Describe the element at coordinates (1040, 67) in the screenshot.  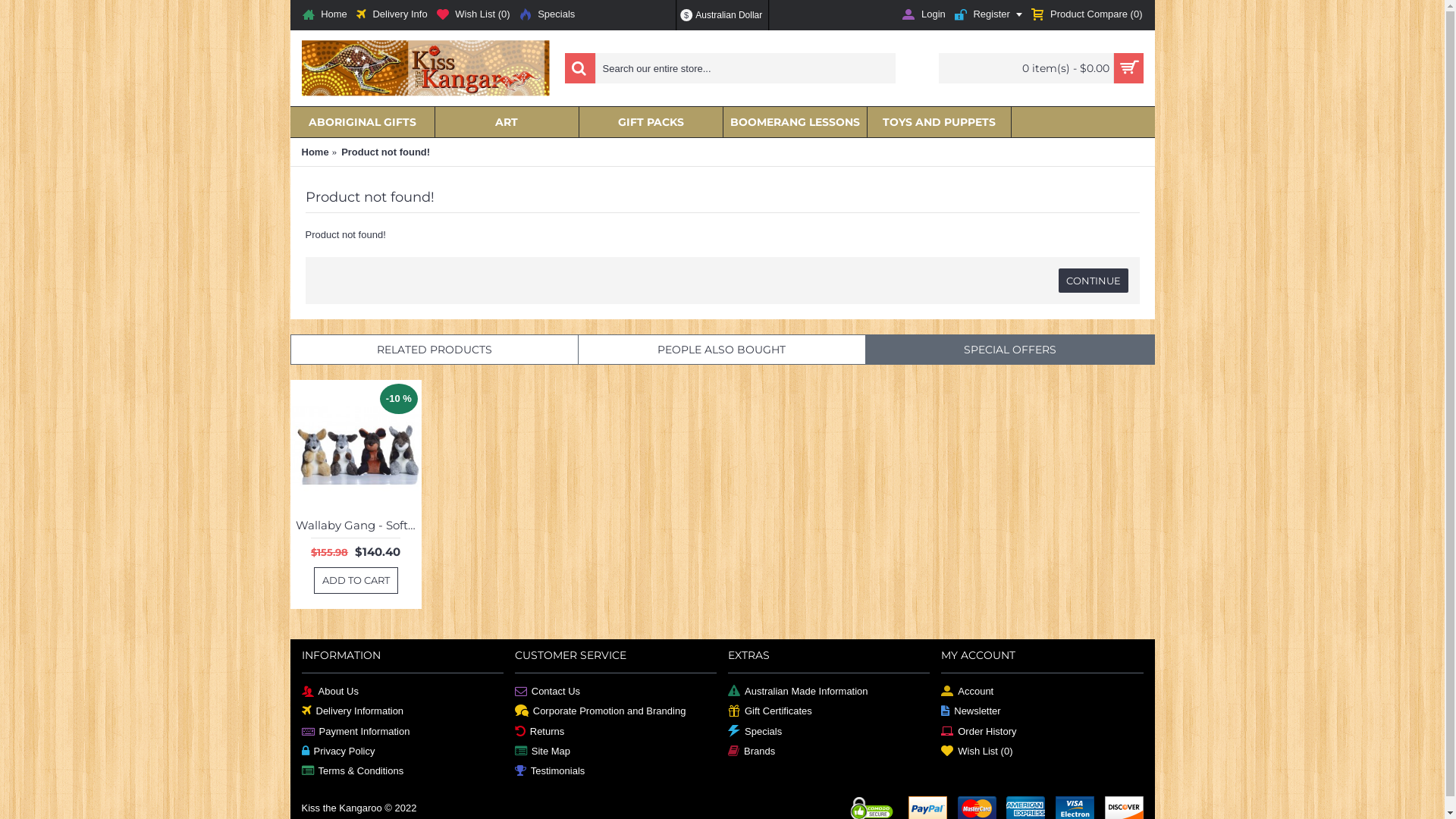
I see `'0 item(s) - $0.00'` at that location.